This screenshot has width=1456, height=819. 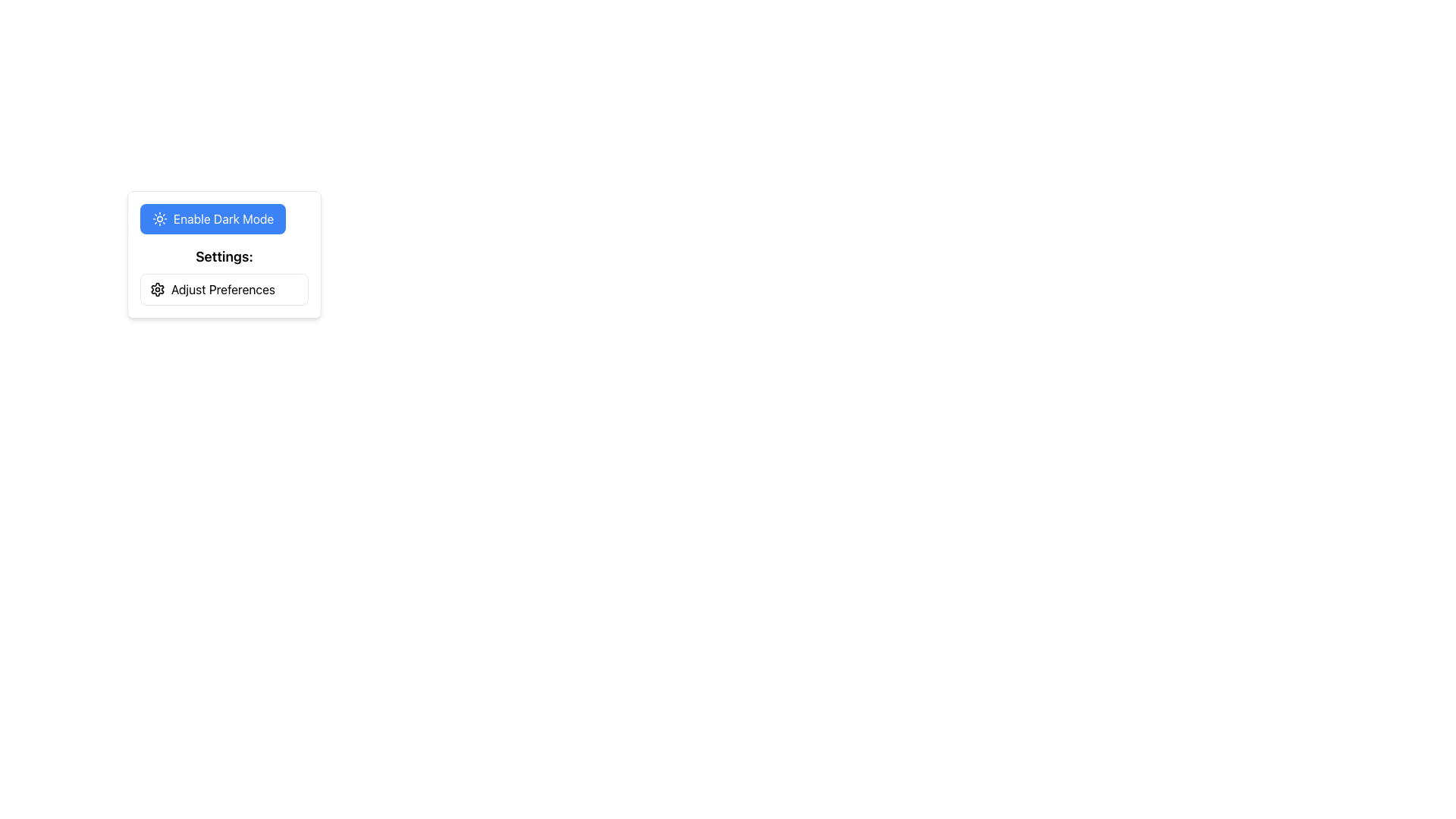 I want to click on the complex gear-like icon located in the settings interface below the 'Settings:' heading, so click(x=157, y=289).